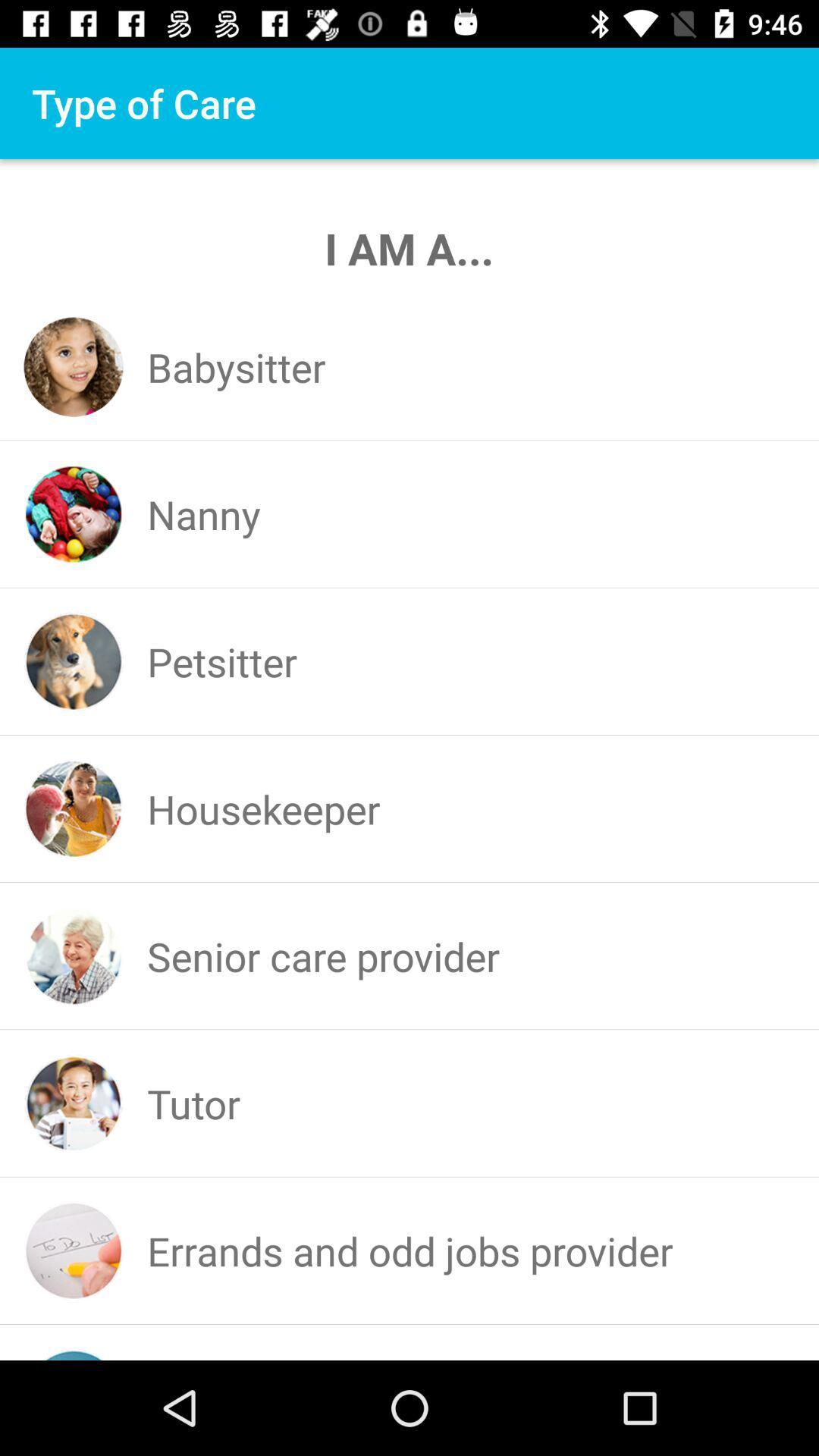 The height and width of the screenshot is (1456, 819). I want to click on housekeeper icon, so click(262, 808).